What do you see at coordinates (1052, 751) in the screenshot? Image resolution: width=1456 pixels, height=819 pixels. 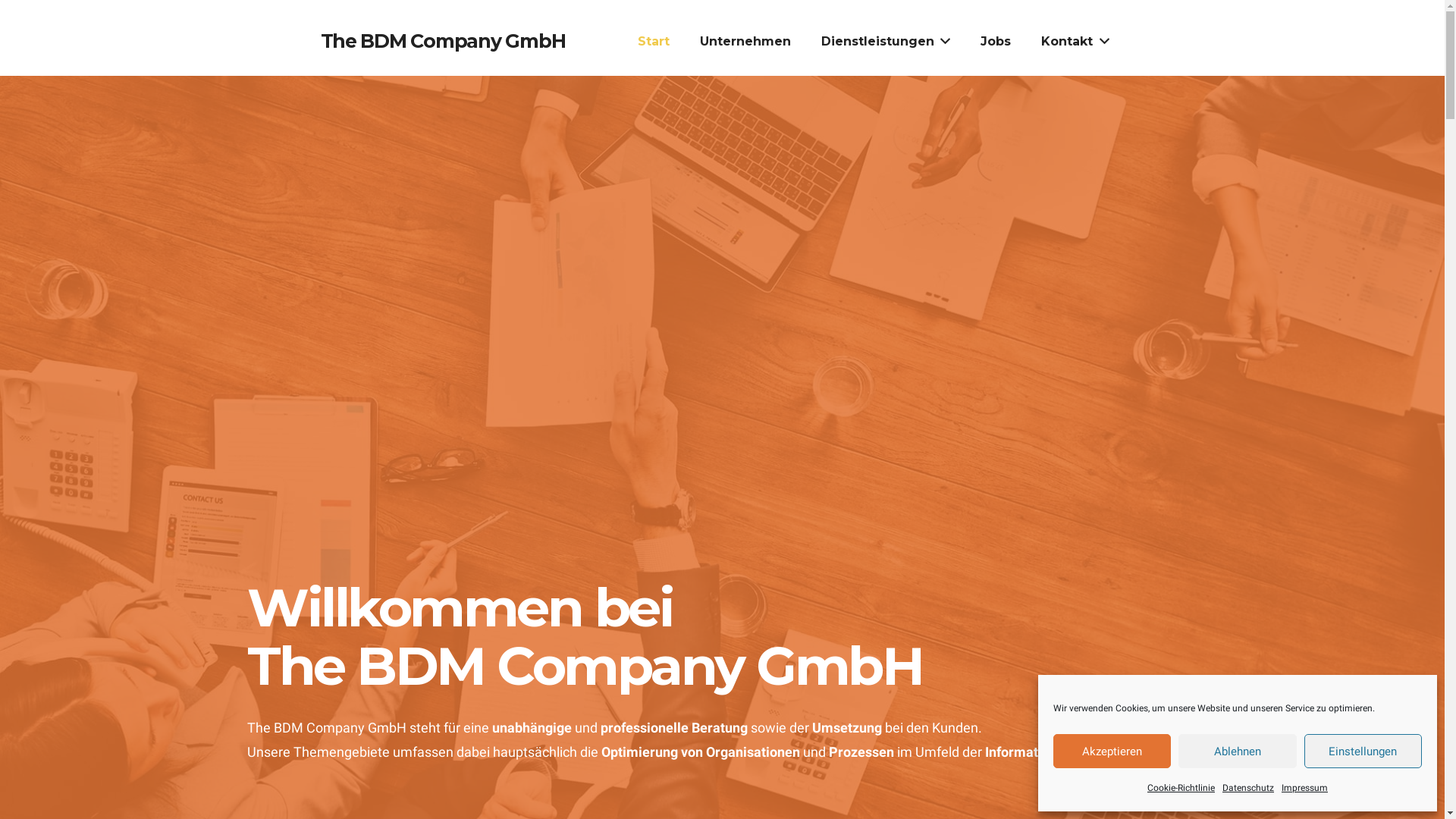 I see `'Akzeptieren'` at bounding box center [1052, 751].